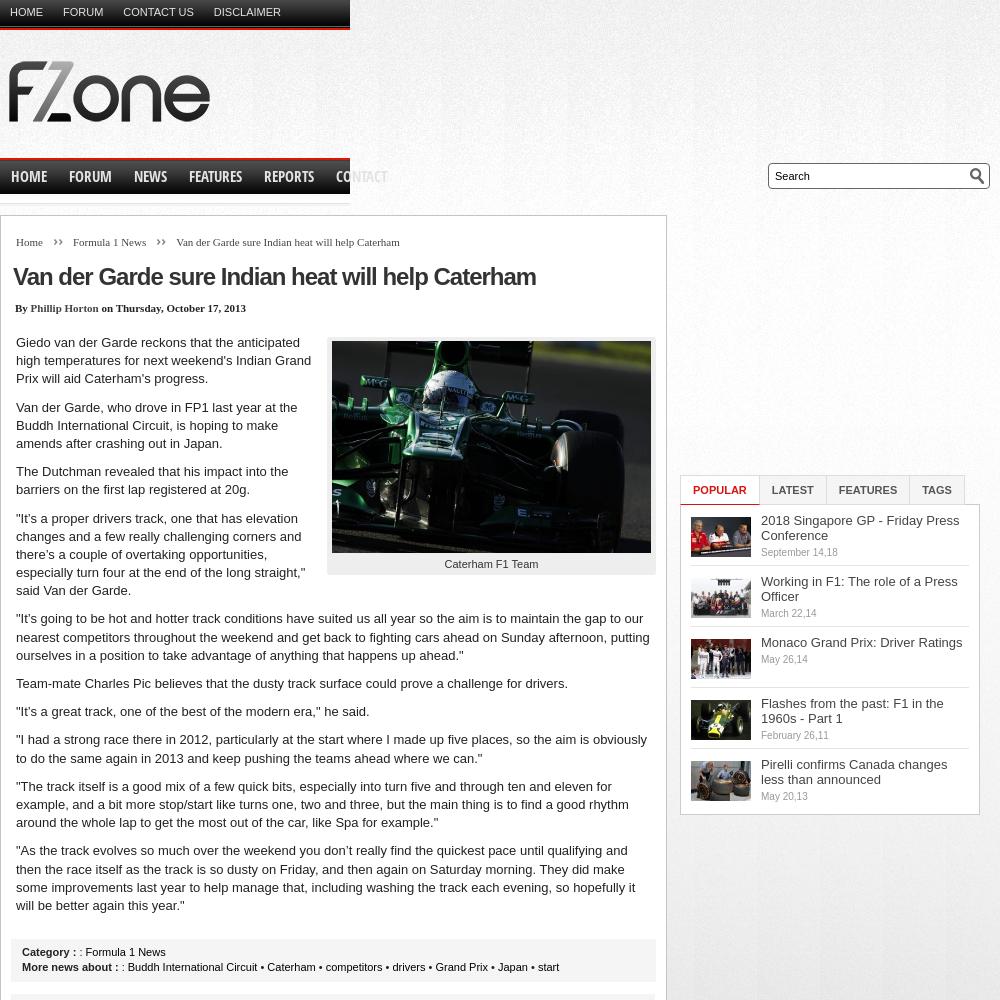 This screenshot has width=1000, height=1000. Describe the element at coordinates (460, 966) in the screenshot. I see `'Grand Prix'` at that location.